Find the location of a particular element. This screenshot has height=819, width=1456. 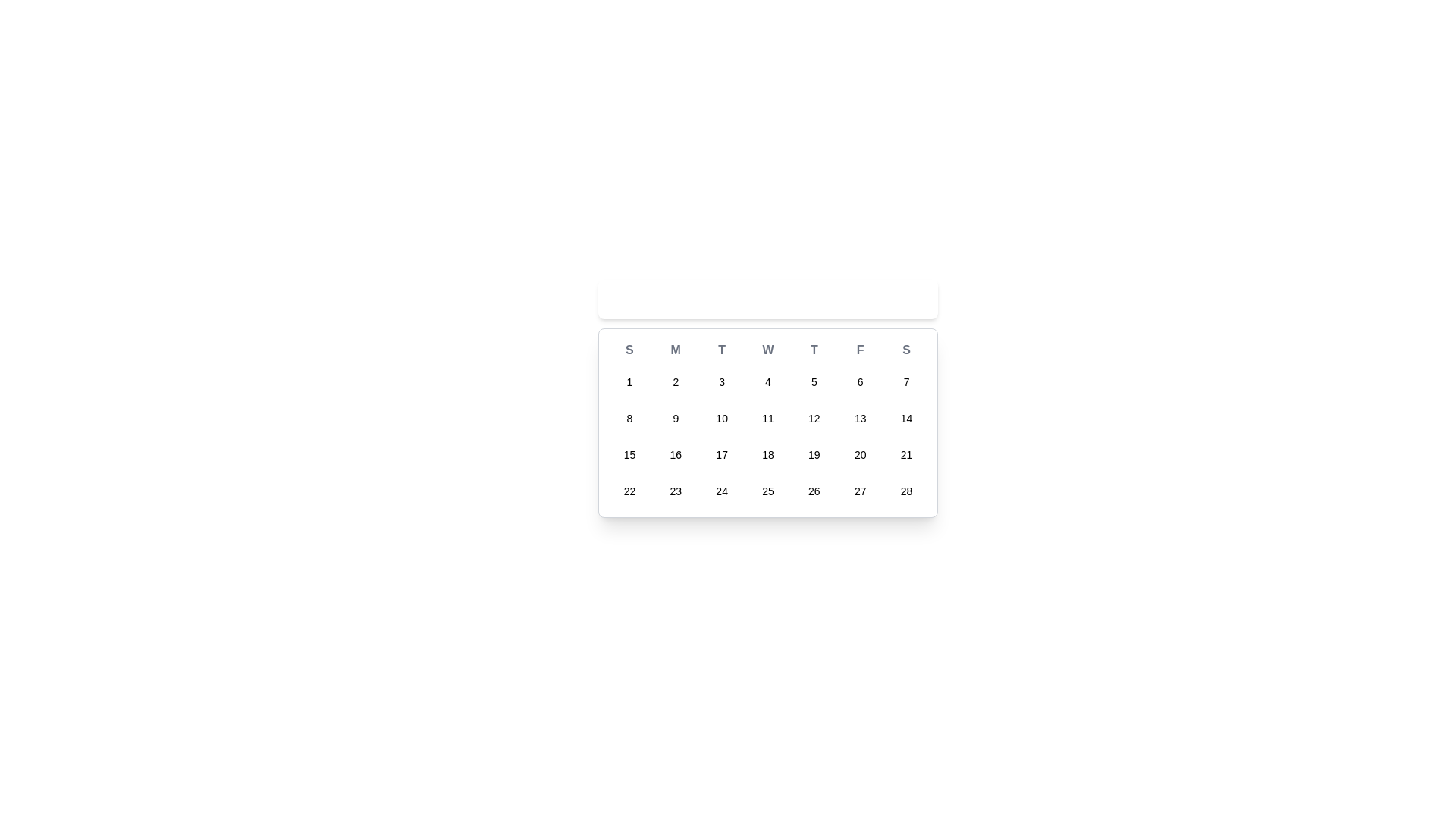

the date button labeled '16' in the fourth row and second column of the calendar grid is located at coordinates (675, 454).